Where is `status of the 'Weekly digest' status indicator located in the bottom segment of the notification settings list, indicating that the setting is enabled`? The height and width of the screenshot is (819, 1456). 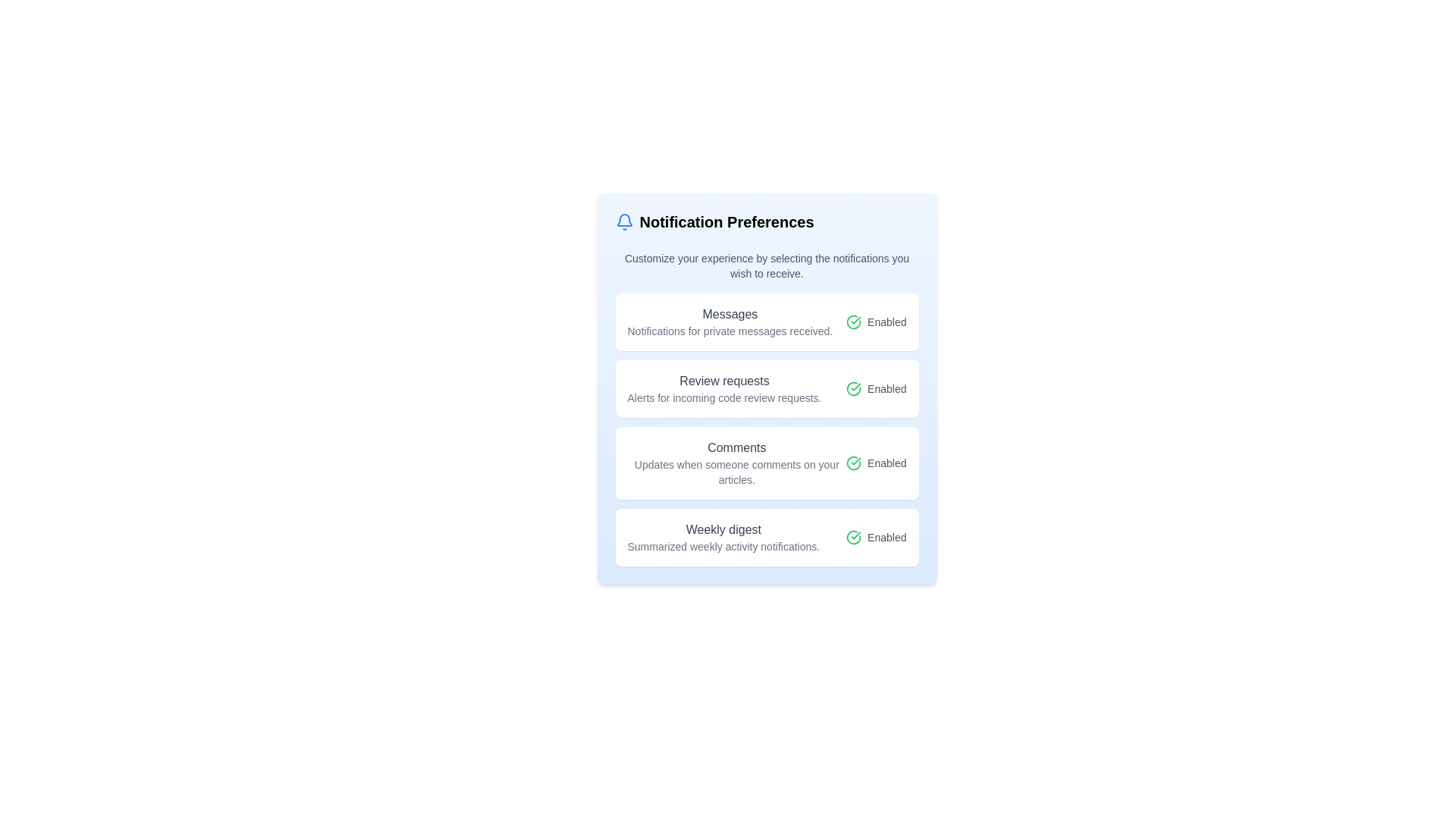 status of the 'Weekly digest' status indicator located in the bottom segment of the notification settings list, indicating that the setting is enabled is located at coordinates (876, 537).